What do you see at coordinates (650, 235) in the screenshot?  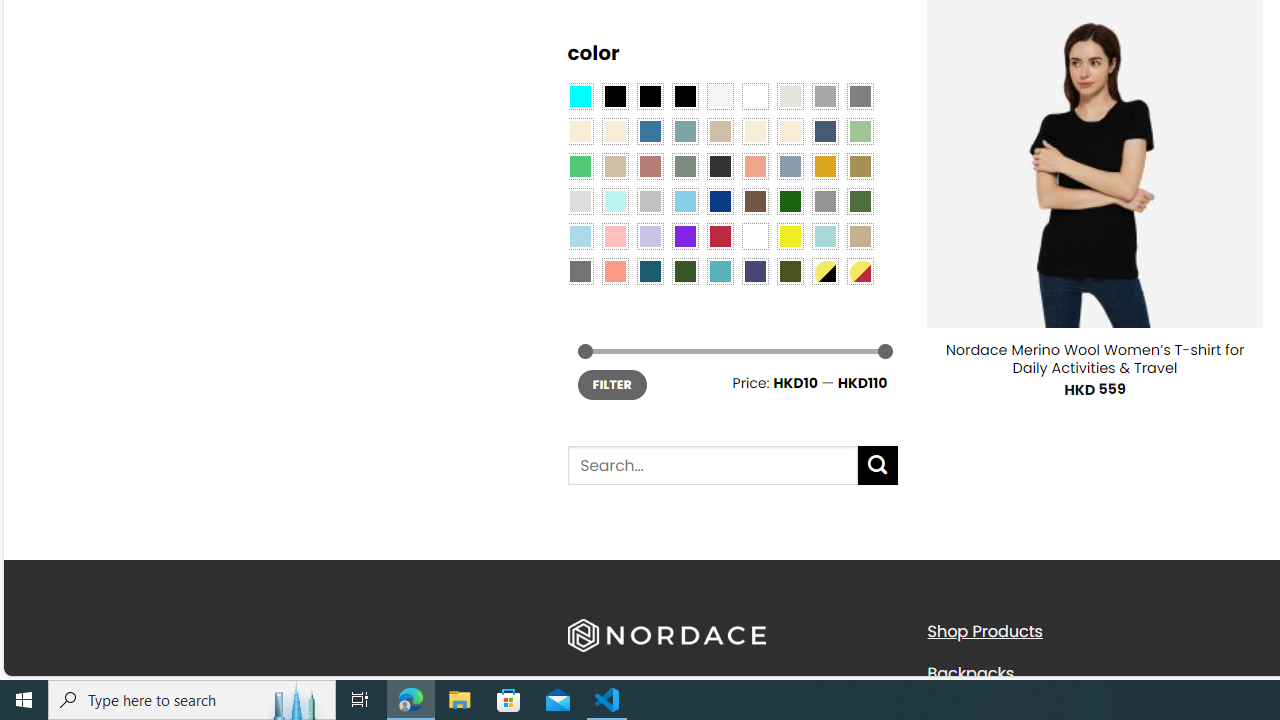 I see `'Light Purple'` at bounding box center [650, 235].